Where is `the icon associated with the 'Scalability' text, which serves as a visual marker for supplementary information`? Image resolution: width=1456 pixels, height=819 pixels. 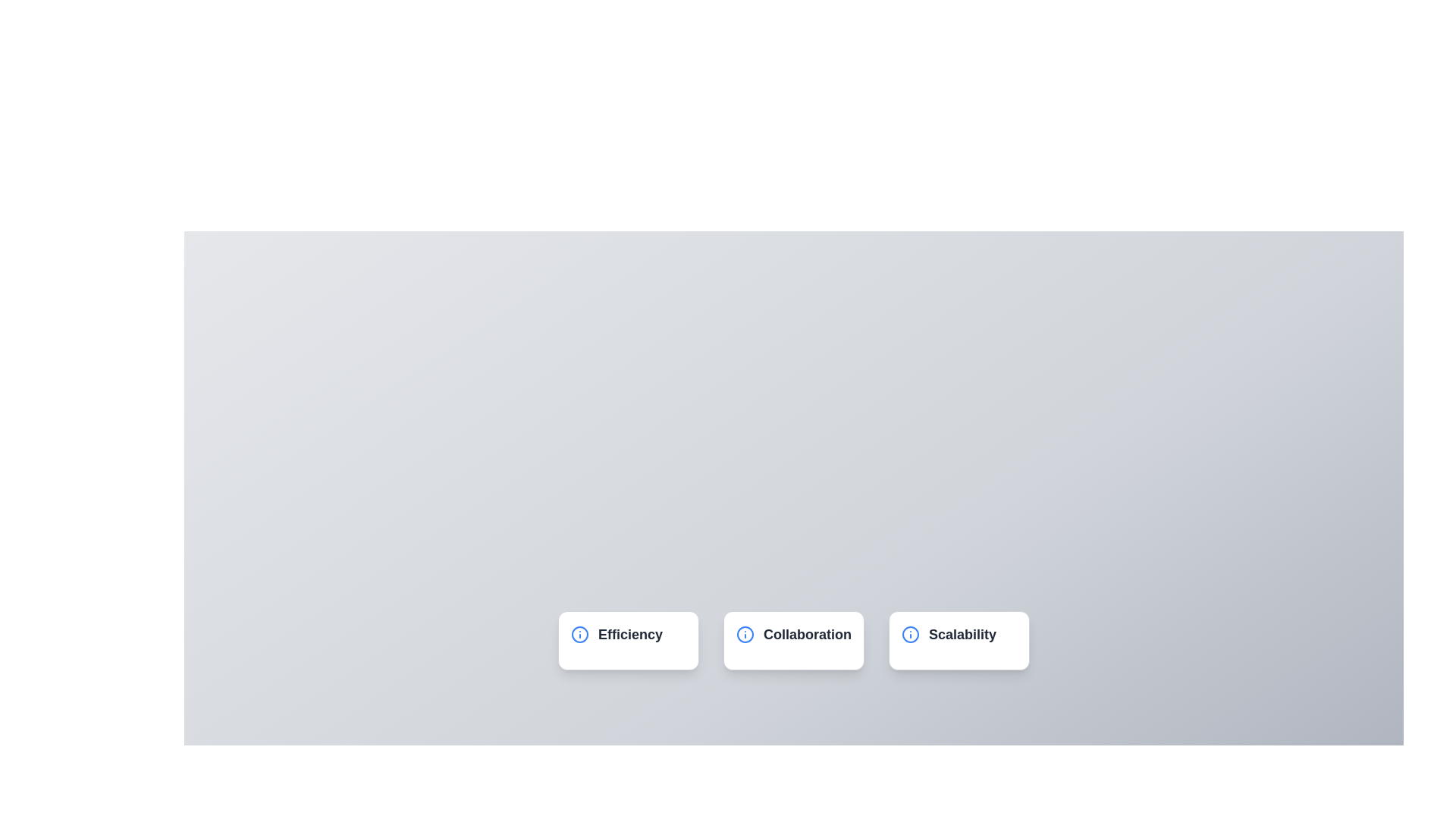
the icon associated with the 'Scalability' text, which serves as a visual marker for supplementary information is located at coordinates (910, 635).